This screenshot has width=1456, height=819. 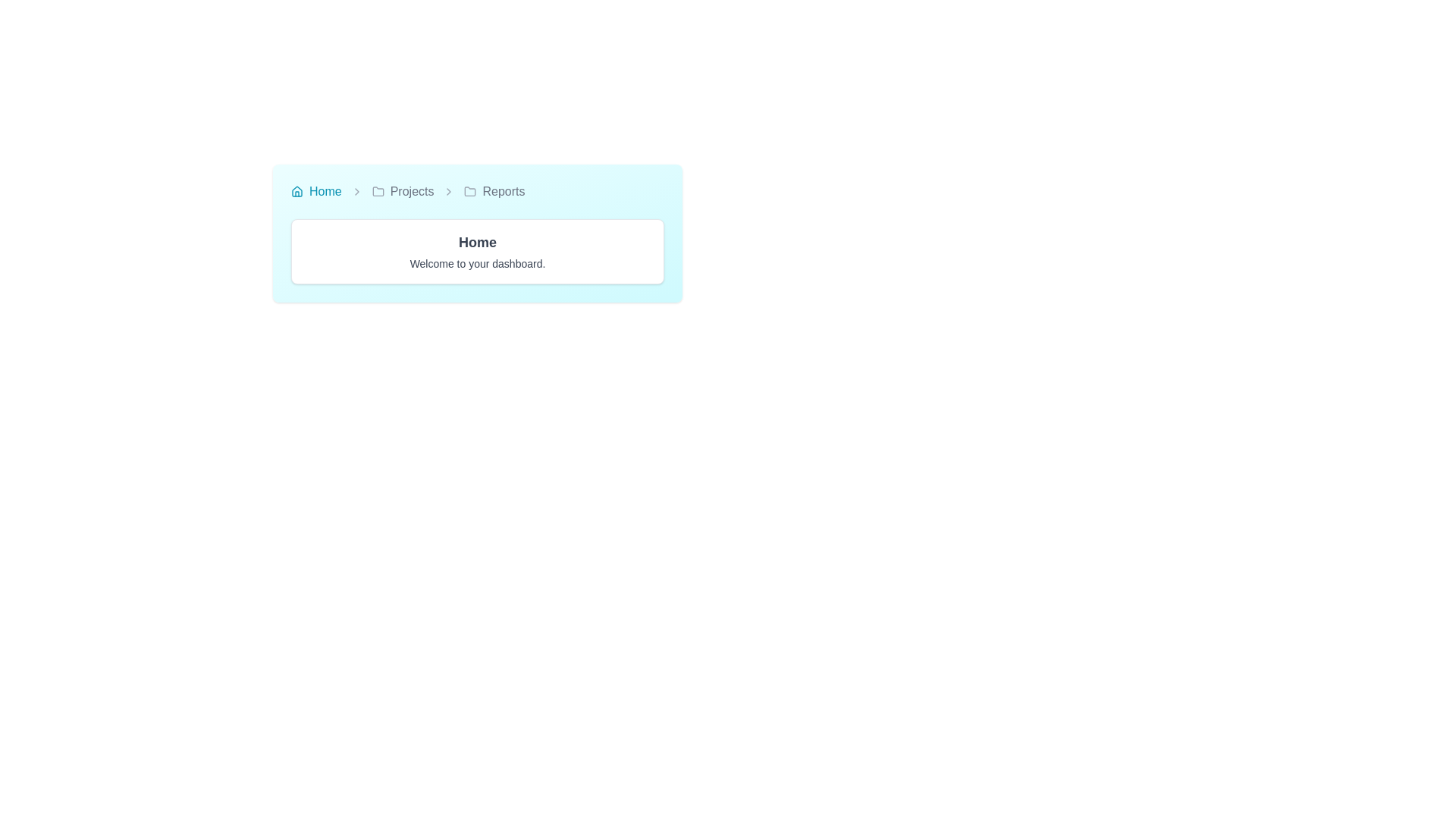 I want to click on the breadcrumb navigation link for 'Projects', so click(x=412, y=191).